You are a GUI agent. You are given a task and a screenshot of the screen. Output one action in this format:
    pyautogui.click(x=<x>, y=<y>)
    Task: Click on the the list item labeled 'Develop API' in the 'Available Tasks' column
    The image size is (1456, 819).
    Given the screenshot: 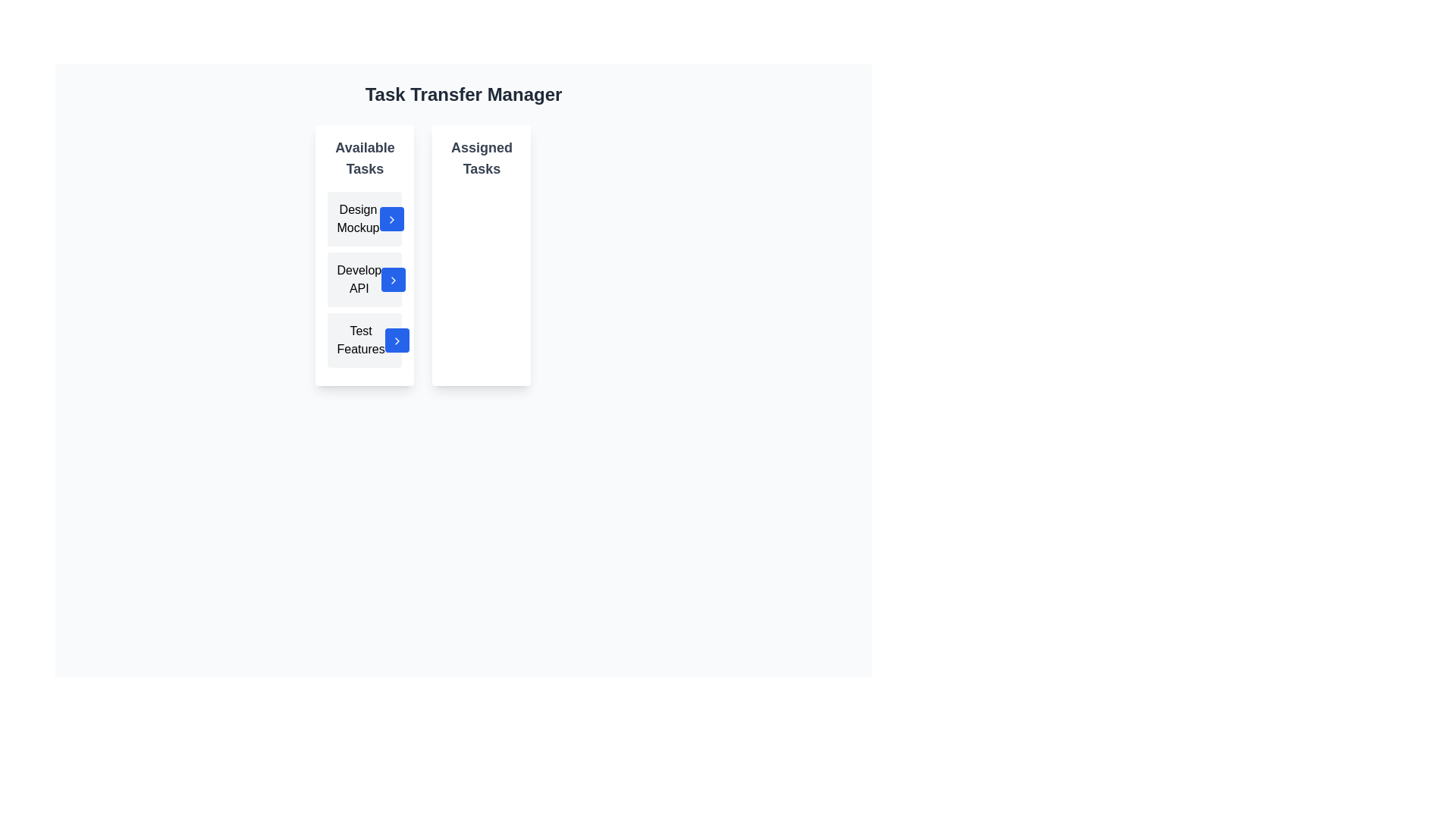 What is the action you would take?
    pyautogui.click(x=365, y=280)
    